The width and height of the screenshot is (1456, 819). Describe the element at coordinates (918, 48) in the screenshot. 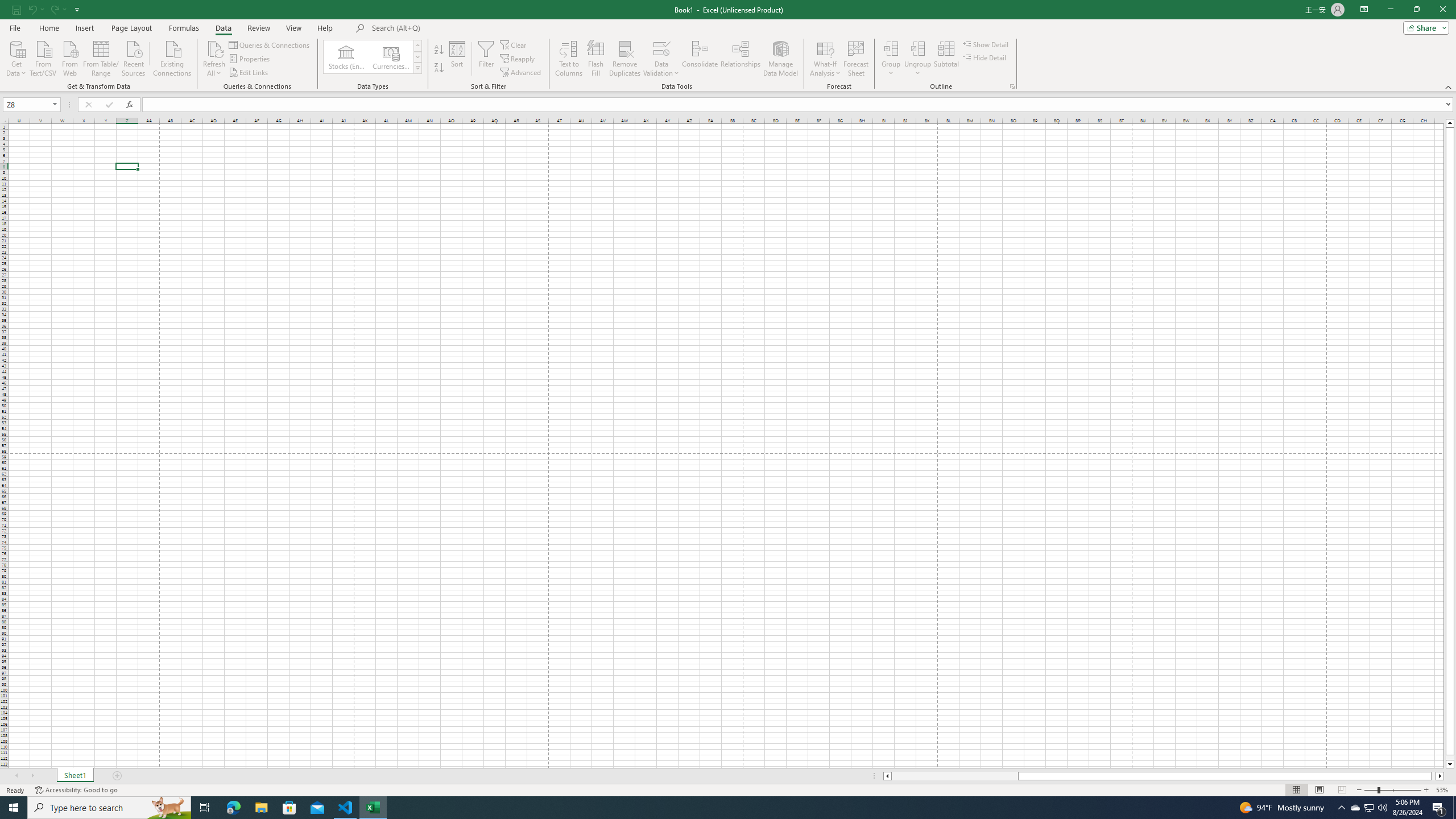

I see `'Ungroup...'` at that location.